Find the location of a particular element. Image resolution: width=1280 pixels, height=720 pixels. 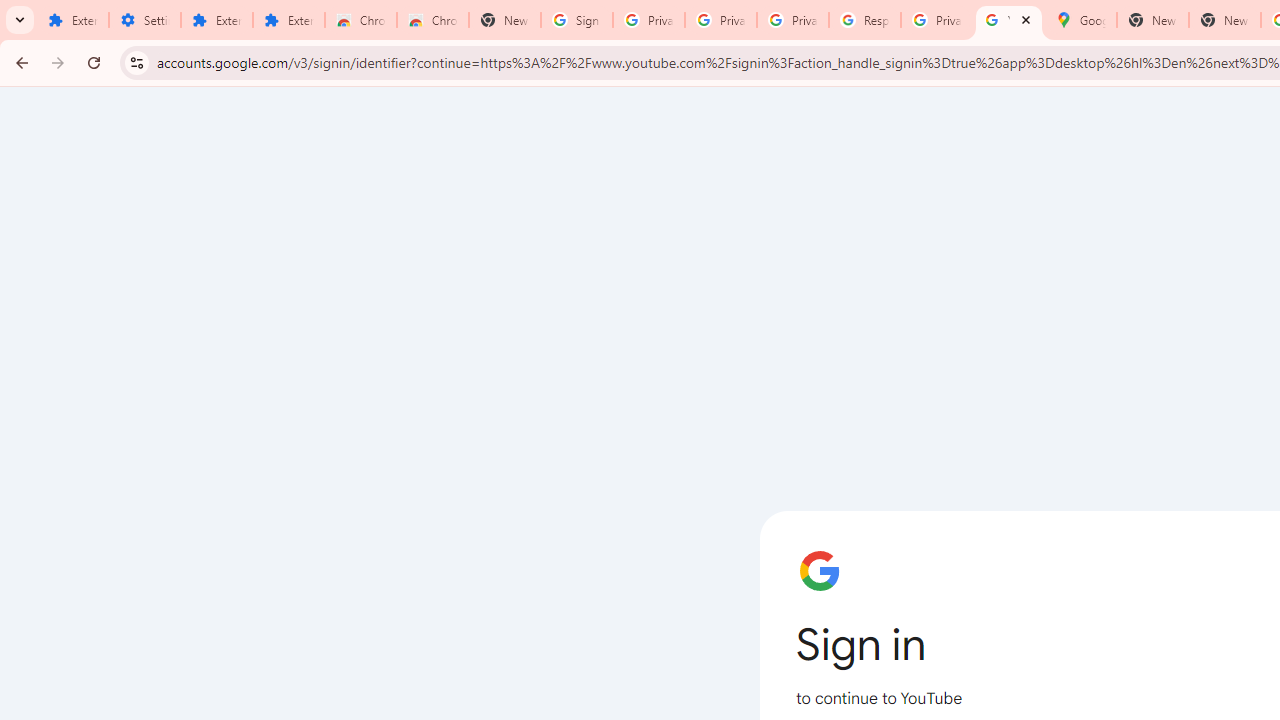

'Google Maps' is located at coordinates (1079, 20).